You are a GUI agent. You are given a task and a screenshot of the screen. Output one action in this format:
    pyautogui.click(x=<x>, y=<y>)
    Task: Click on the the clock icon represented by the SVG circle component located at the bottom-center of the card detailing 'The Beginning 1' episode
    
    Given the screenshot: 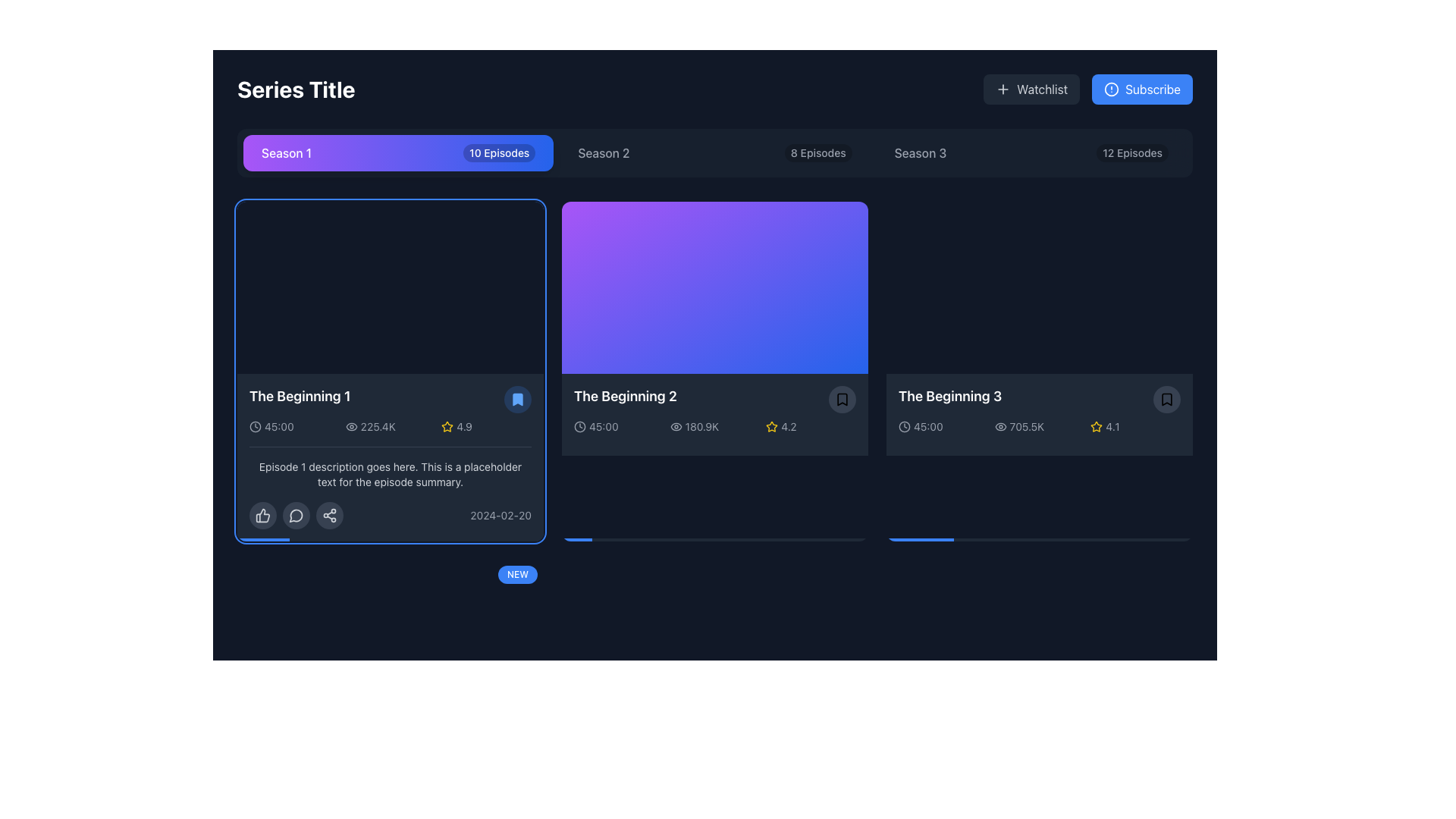 What is the action you would take?
    pyautogui.click(x=255, y=427)
    